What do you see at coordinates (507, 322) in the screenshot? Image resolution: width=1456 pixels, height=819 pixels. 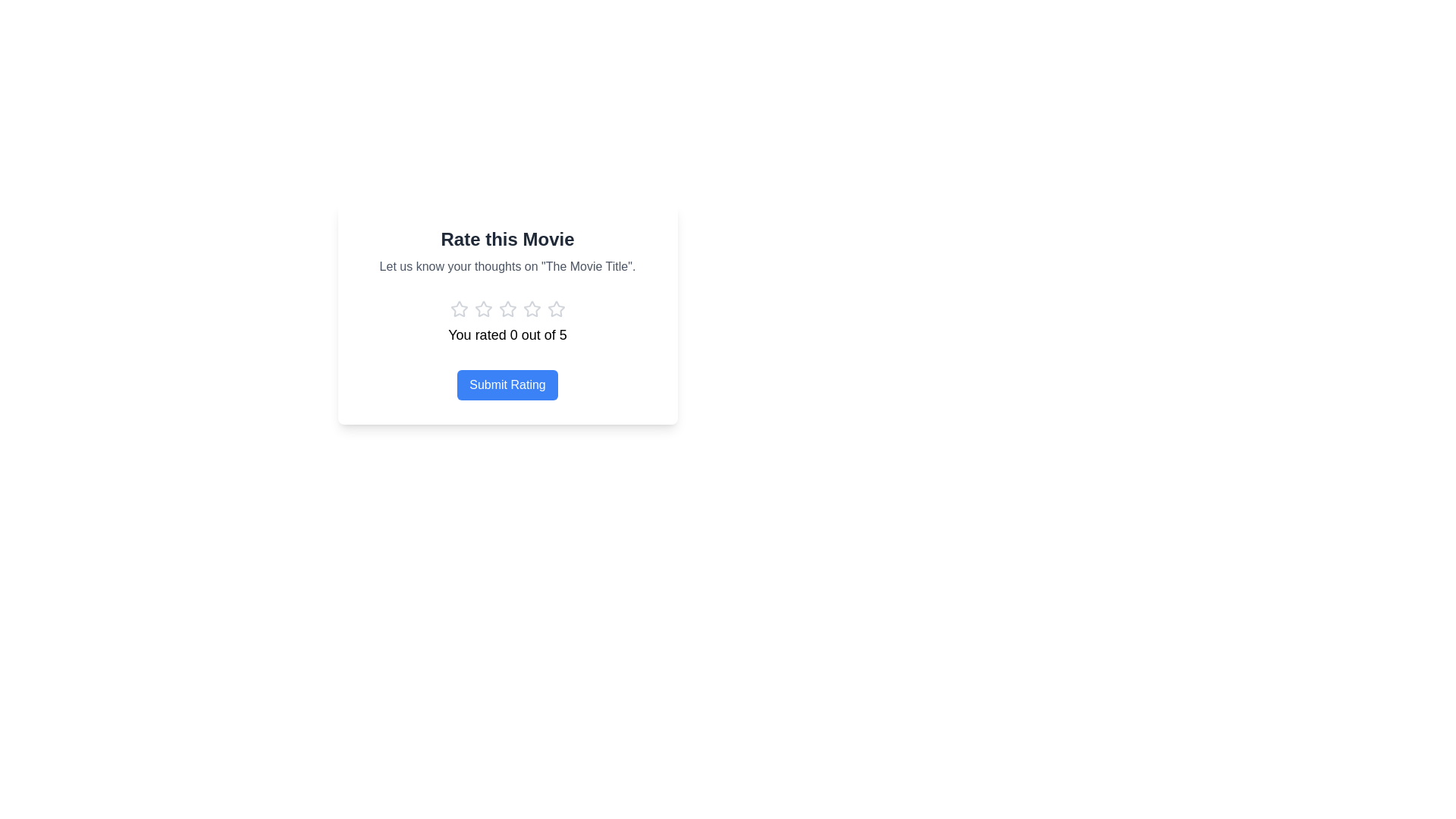 I see `the Informative text label that displays the user's current rating selection below the title 'Rate this Movie'` at bounding box center [507, 322].